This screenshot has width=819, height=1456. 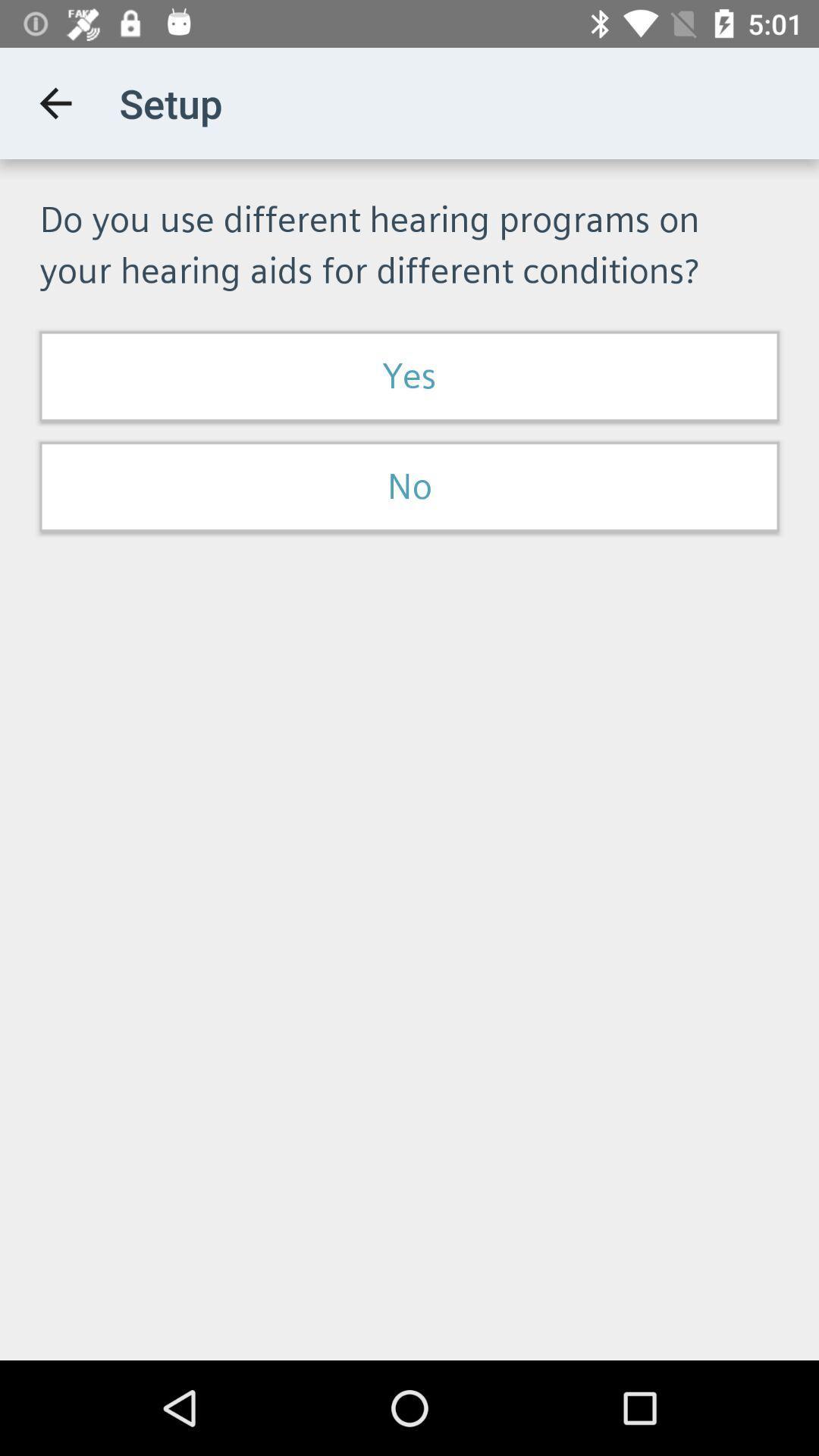 What do you see at coordinates (409, 487) in the screenshot?
I see `no item` at bounding box center [409, 487].